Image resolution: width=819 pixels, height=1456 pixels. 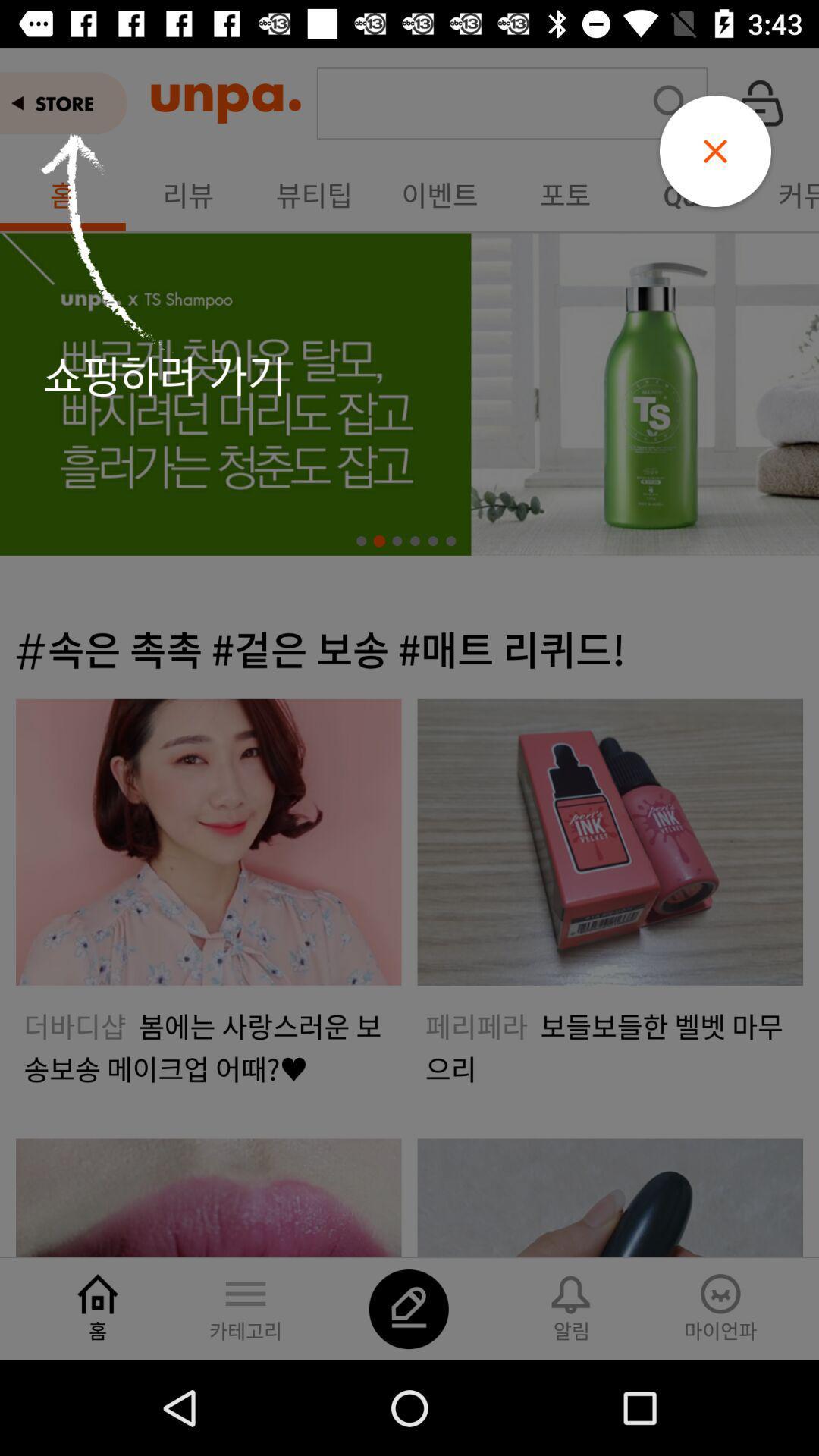 What do you see at coordinates (715, 151) in the screenshot?
I see `the item at the top right corner` at bounding box center [715, 151].